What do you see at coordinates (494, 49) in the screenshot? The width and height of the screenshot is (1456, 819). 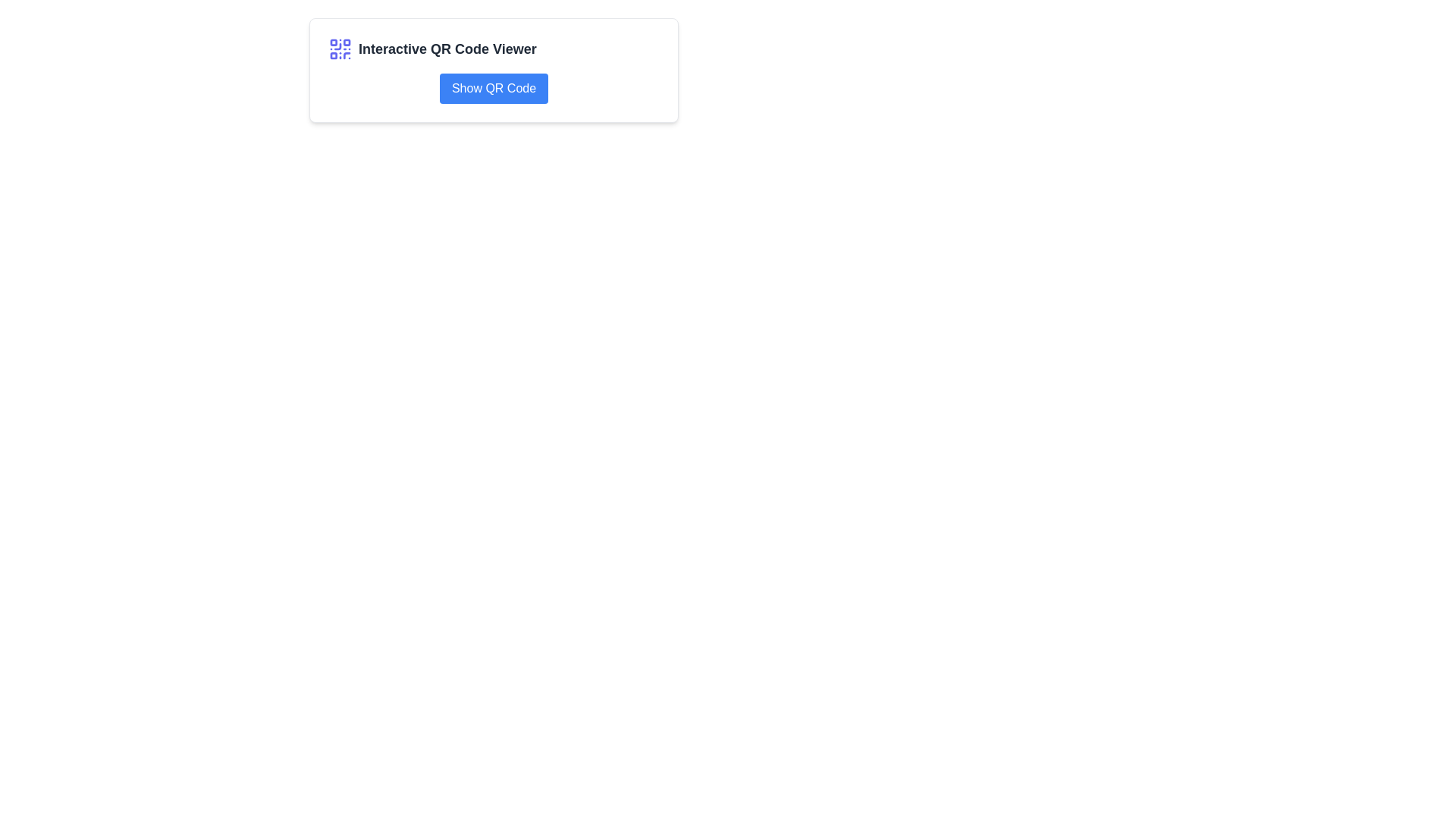 I see `the Text Label with Icon that features a small QR code icon in indigo blue next to the bold black text 'Interactive QR Code Viewer'` at bounding box center [494, 49].